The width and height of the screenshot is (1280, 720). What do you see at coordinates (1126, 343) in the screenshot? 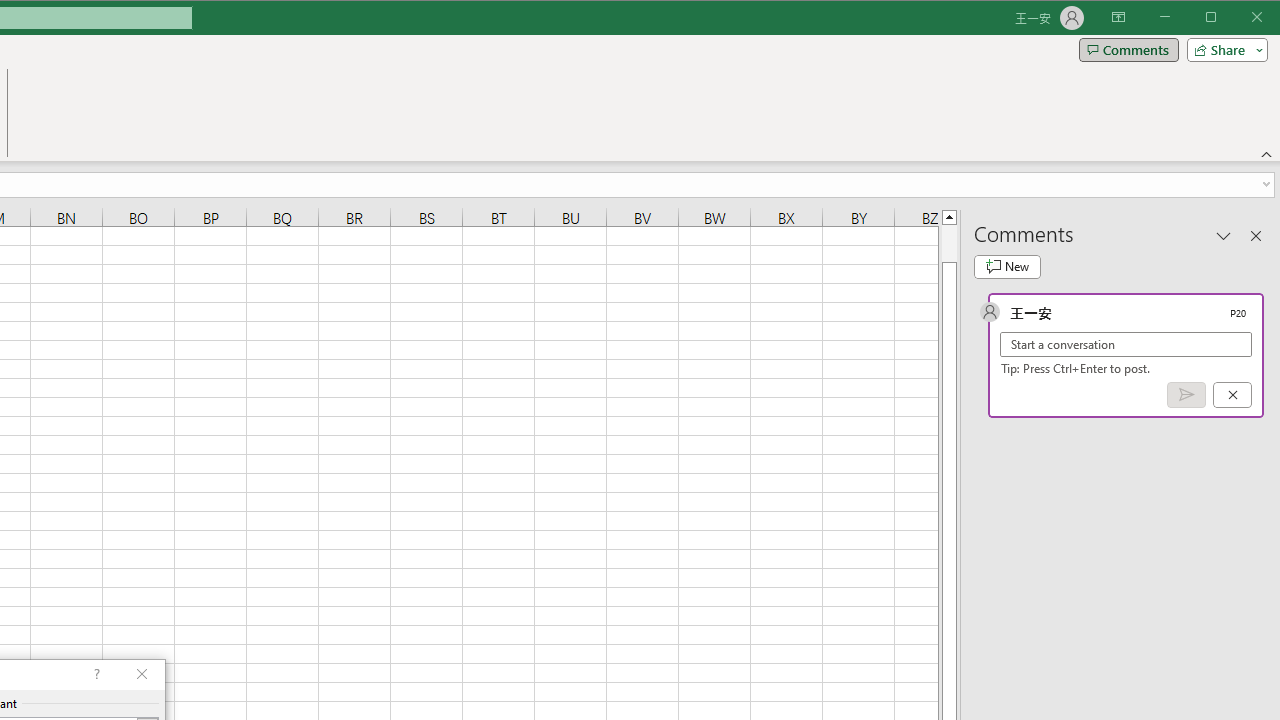
I see `'Start a conversation'` at bounding box center [1126, 343].